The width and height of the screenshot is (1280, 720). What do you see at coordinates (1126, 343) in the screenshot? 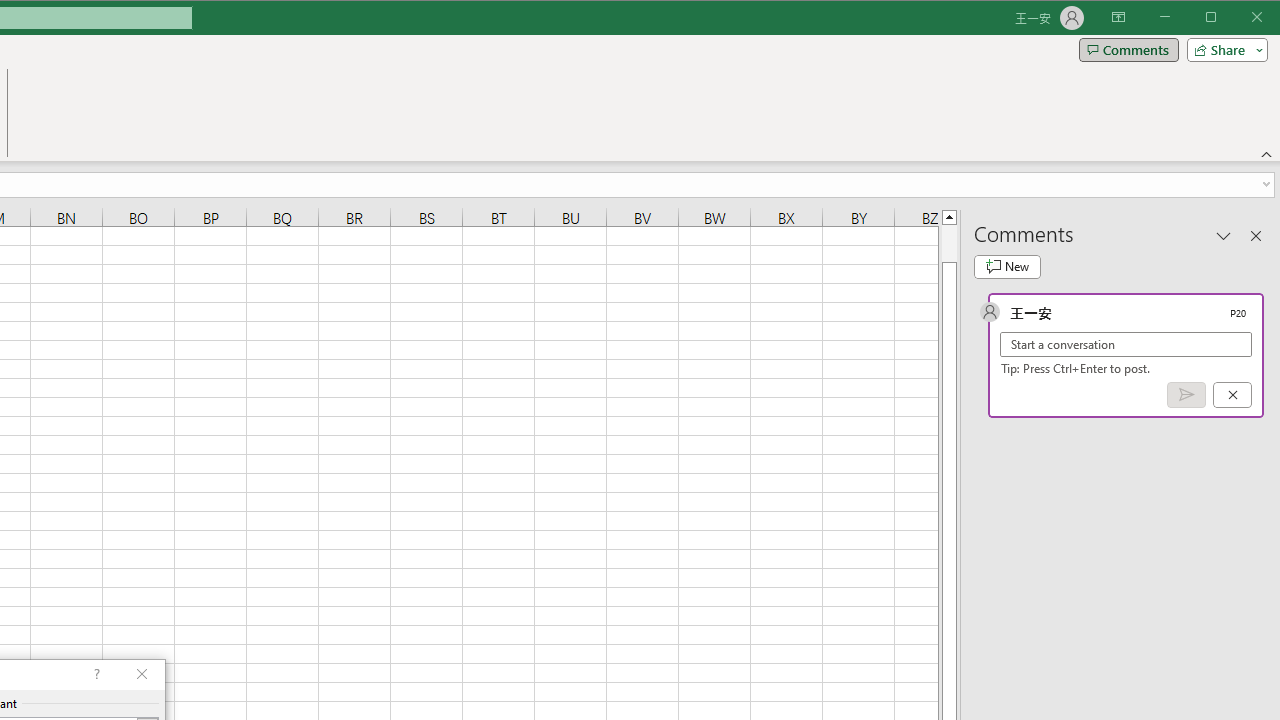
I see `'Start a conversation'` at bounding box center [1126, 343].